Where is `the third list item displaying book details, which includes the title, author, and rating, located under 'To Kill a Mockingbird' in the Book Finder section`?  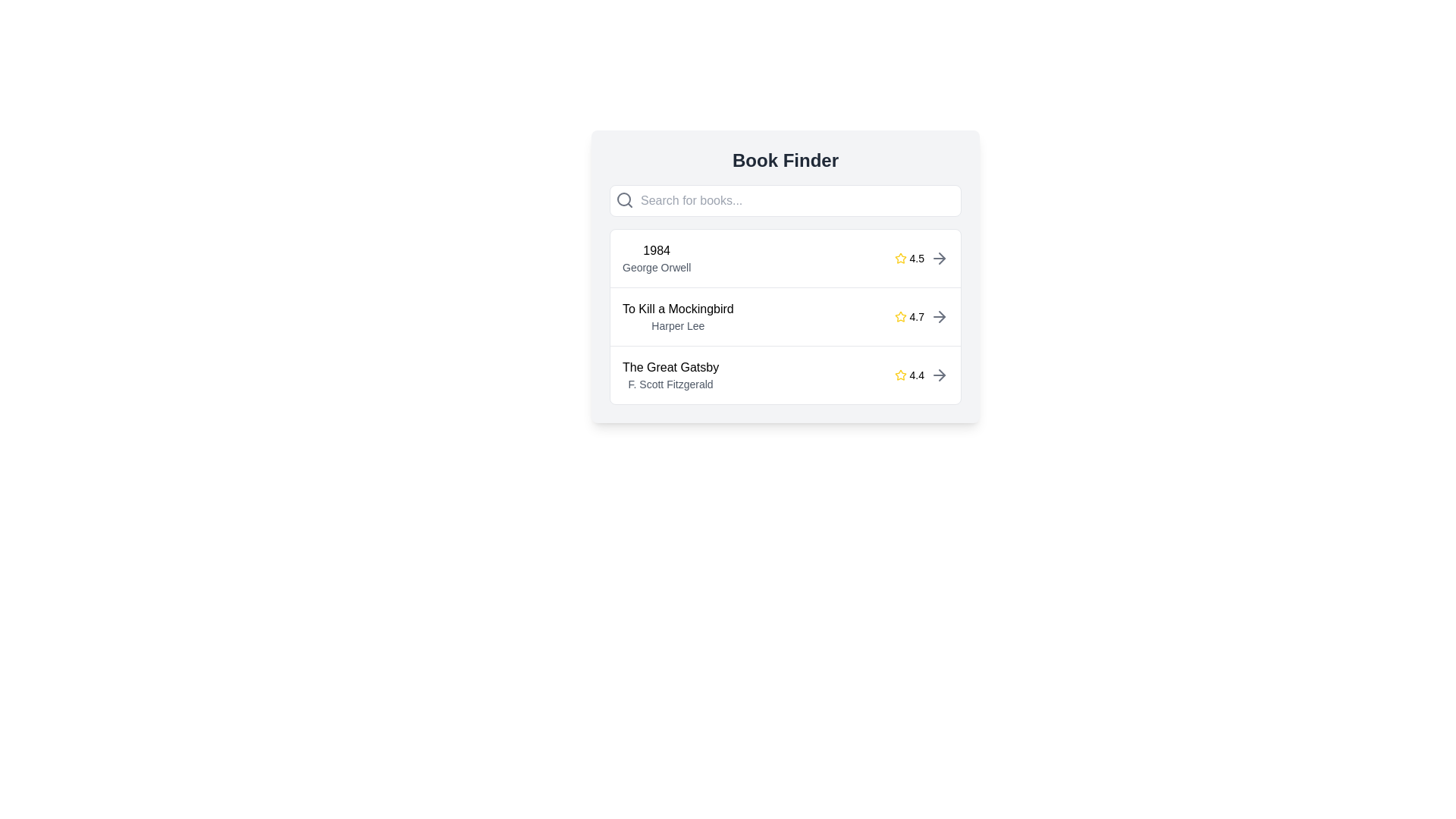
the third list item displaying book details, which includes the title, author, and rating, located under 'To Kill a Mockingbird' in the Book Finder section is located at coordinates (786, 375).